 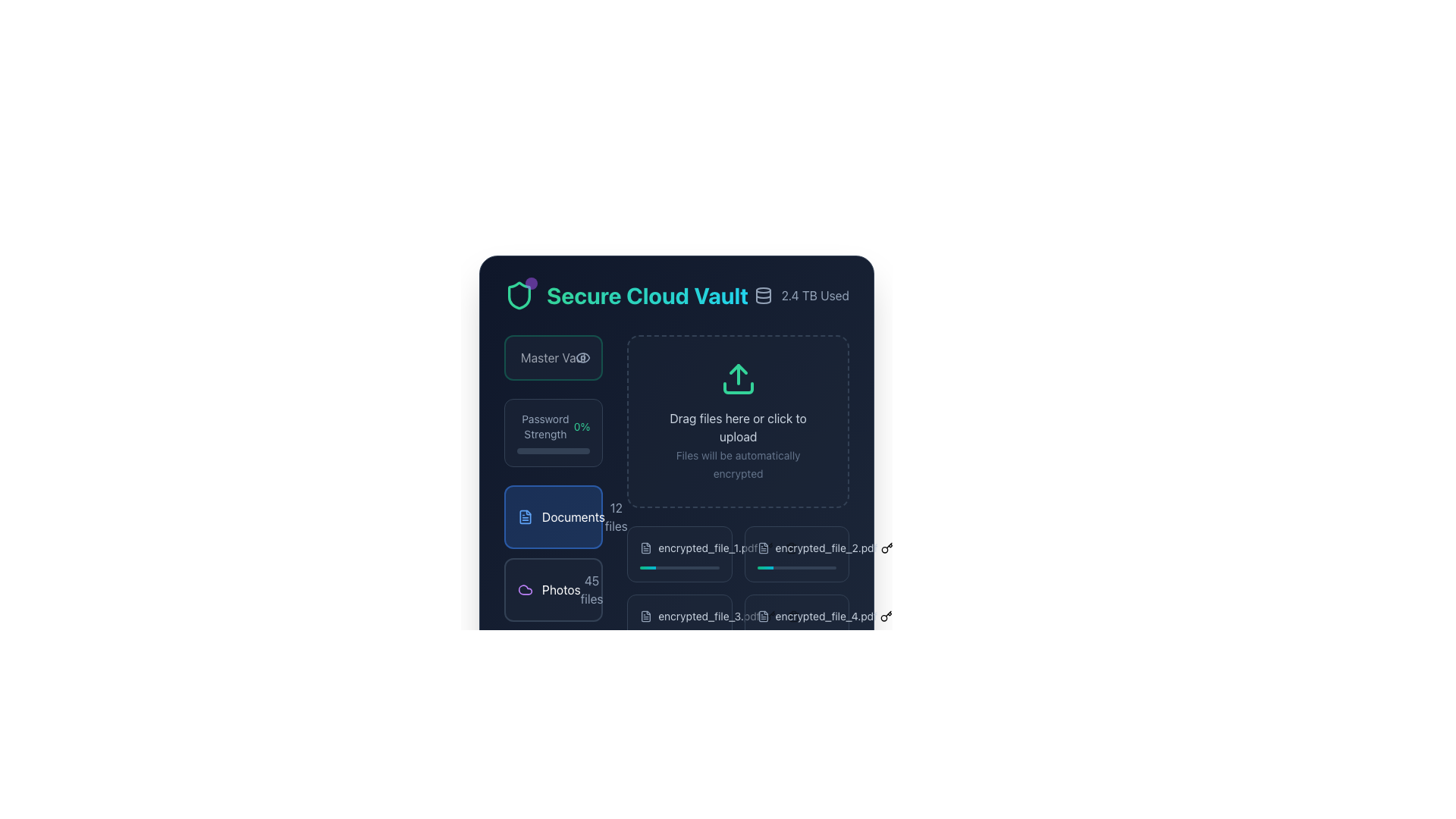 What do you see at coordinates (679, 554) in the screenshot?
I see `the file card representing 'encrypted_file_1.pdf' located in the first row, first column of the grid under the 'Documents' section` at bounding box center [679, 554].